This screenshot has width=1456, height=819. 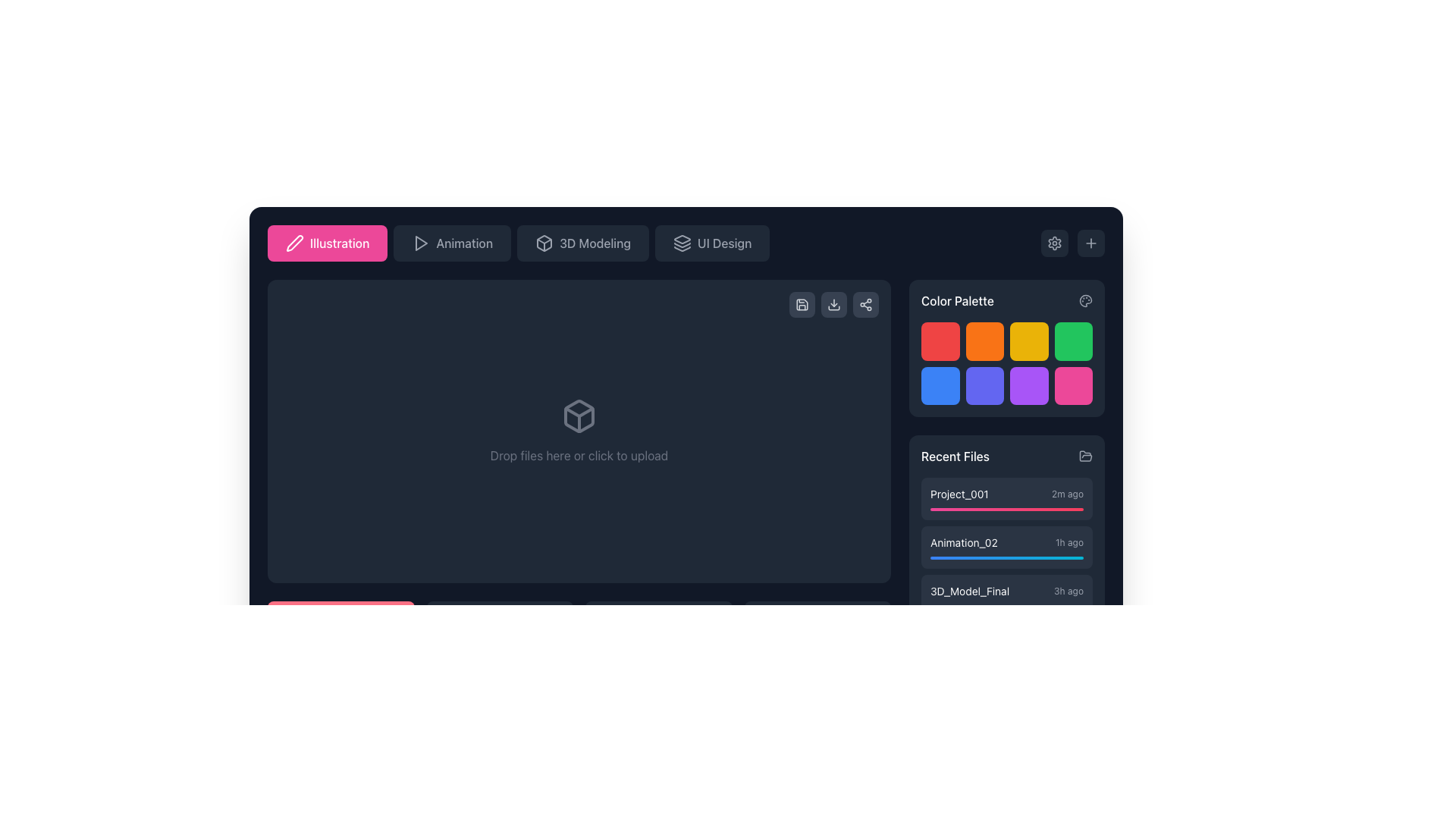 What do you see at coordinates (801, 304) in the screenshot?
I see `the save button located at the top right of the interface, which is the first button in a row of three` at bounding box center [801, 304].